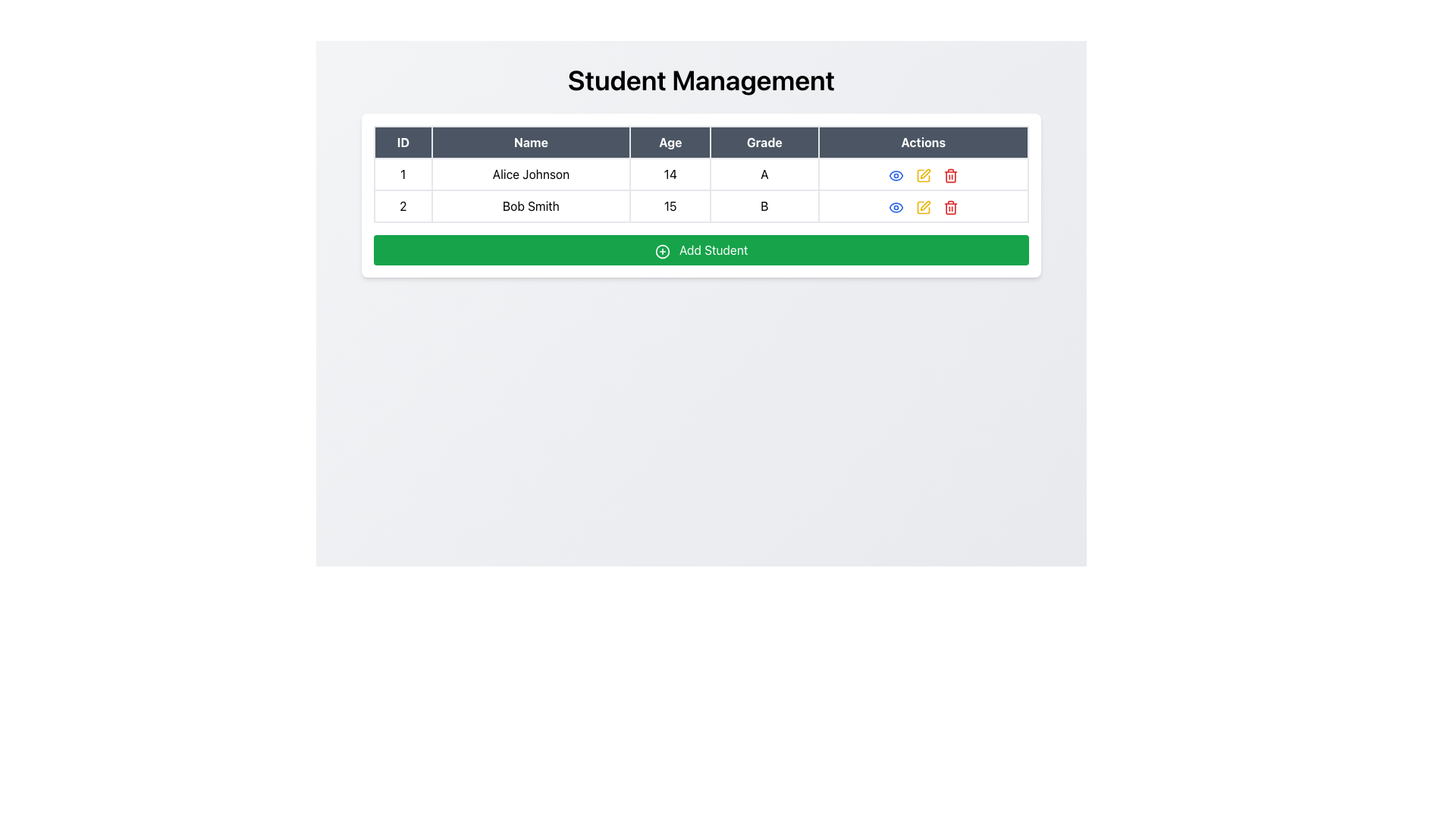 Image resolution: width=1456 pixels, height=819 pixels. What do you see at coordinates (922, 143) in the screenshot?
I see `the Table Header Cell that serves as the header label for the 'Actions' column in the table, which is located in the last column of the header row, following the 'Grade' column` at bounding box center [922, 143].